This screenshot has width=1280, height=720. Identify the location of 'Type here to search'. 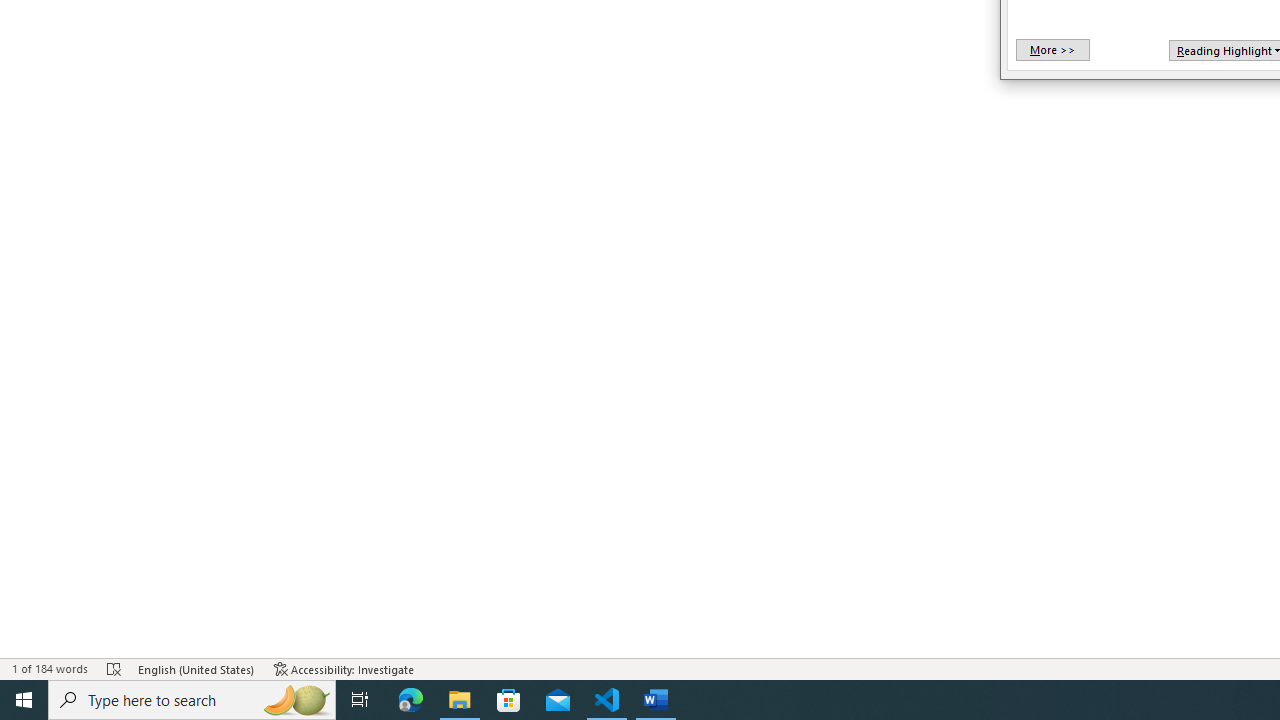
(192, 698).